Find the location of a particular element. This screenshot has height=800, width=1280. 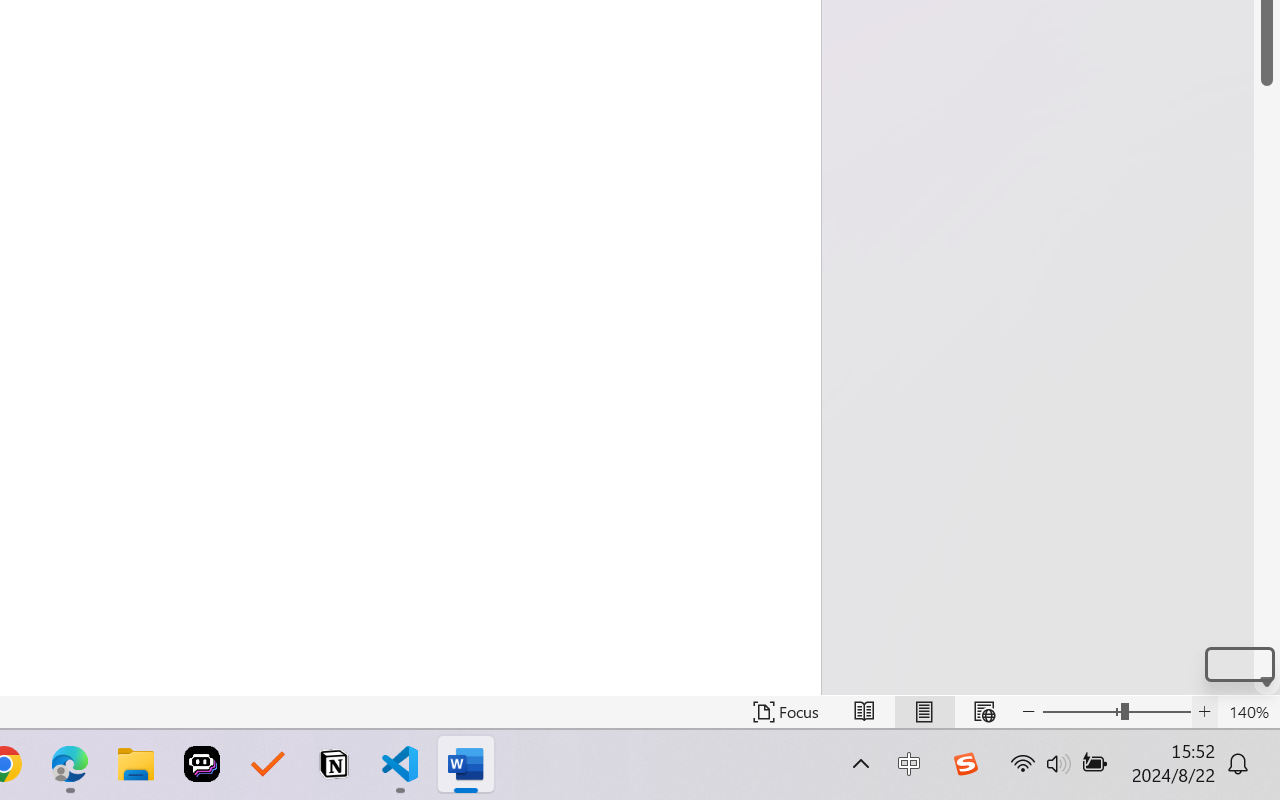

'Focus ' is located at coordinates (785, 711).